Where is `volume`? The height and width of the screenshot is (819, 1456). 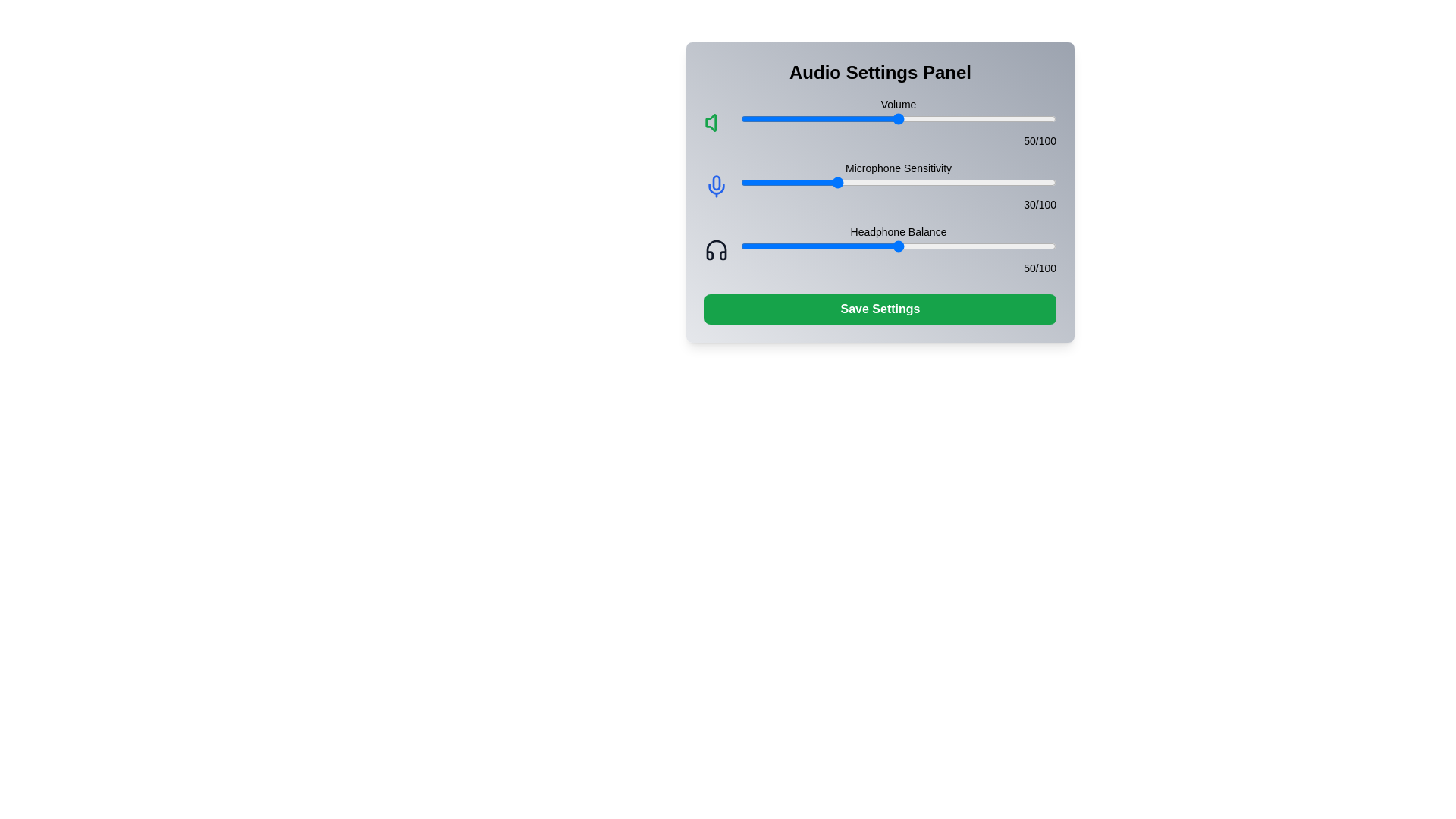 volume is located at coordinates (987, 118).